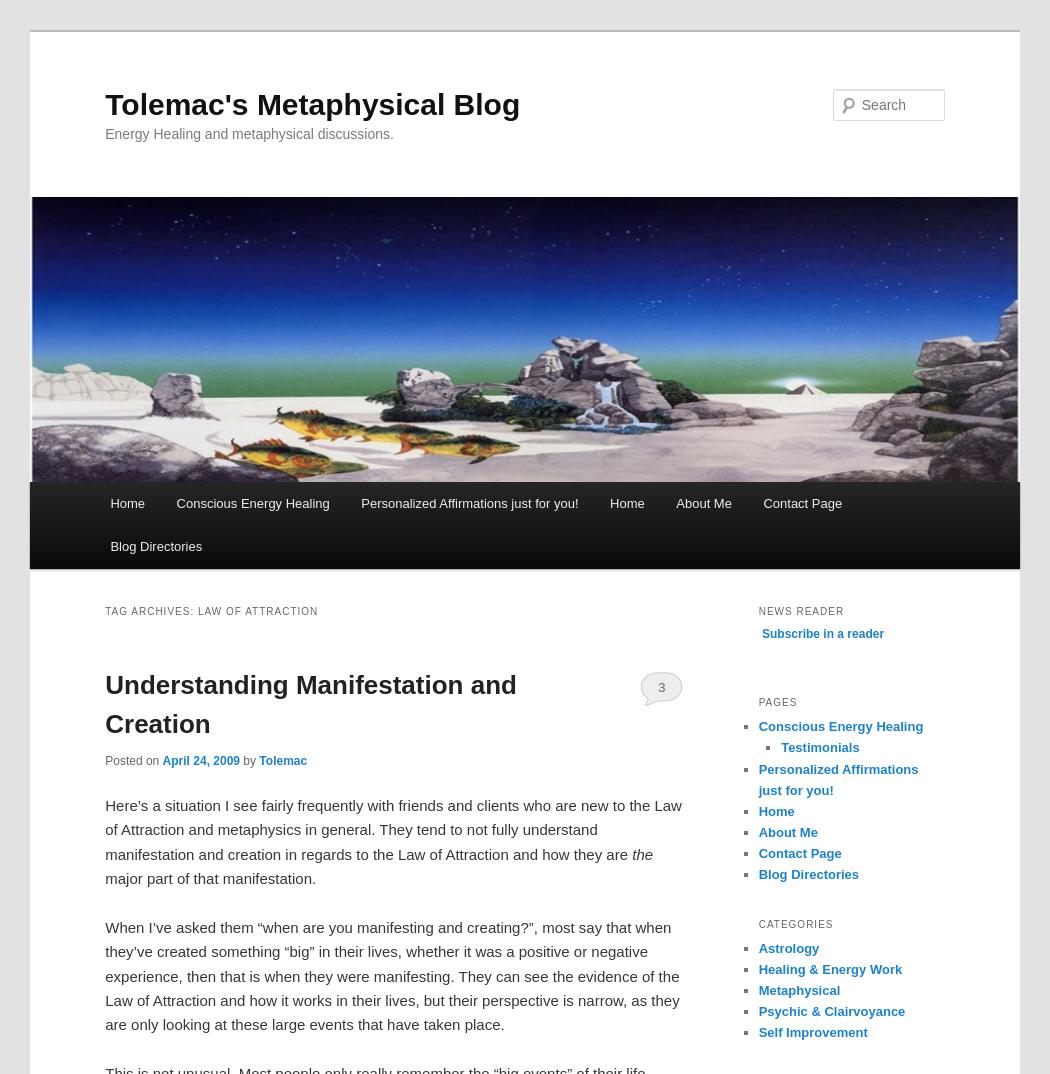 The height and width of the screenshot is (1074, 1050). What do you see at coordinates (162, 758) in the screenshot?
I see `'April 24, 2009'` at bounding box center [162, 758].